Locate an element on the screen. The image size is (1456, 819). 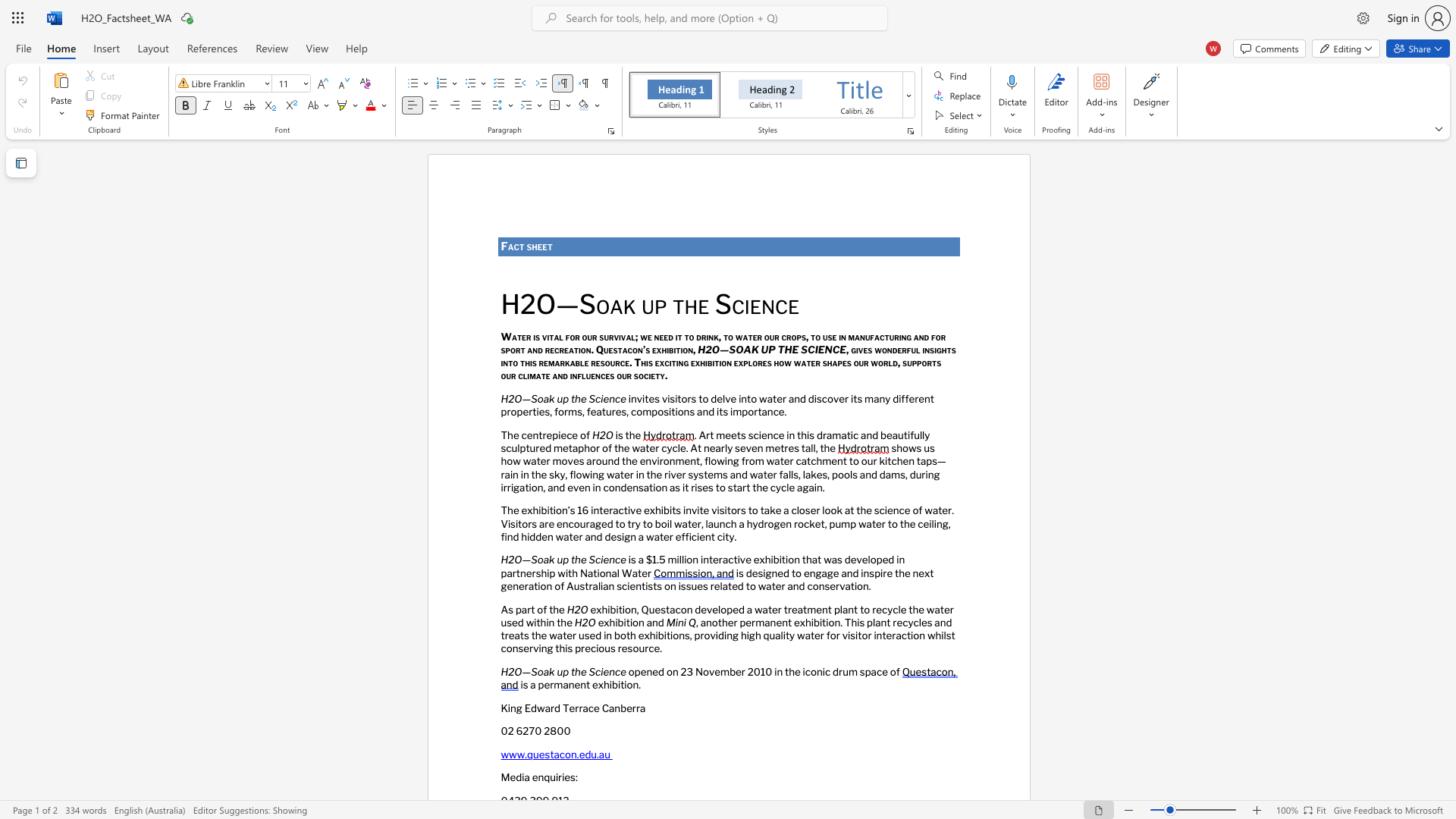
the subset text "tal for our survival; we need it to drink, to water our crops, to use in manufa" within the text "Water is vital for our survival; we need it to drink, to water our crops, to use in manufacturing and for sport and recreation. Questacon’s exhibition," is located at coordinates (548, 335).